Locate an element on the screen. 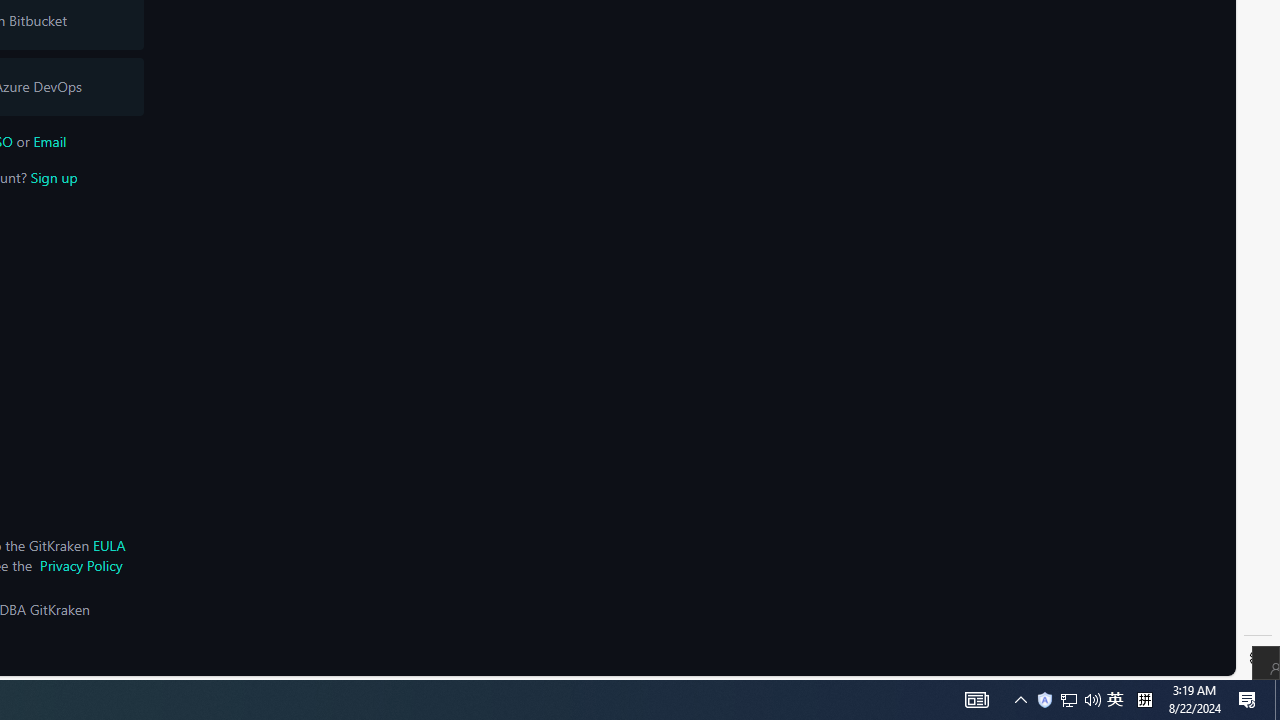  'Privacy Policy' is located at coordinates (80, 565).